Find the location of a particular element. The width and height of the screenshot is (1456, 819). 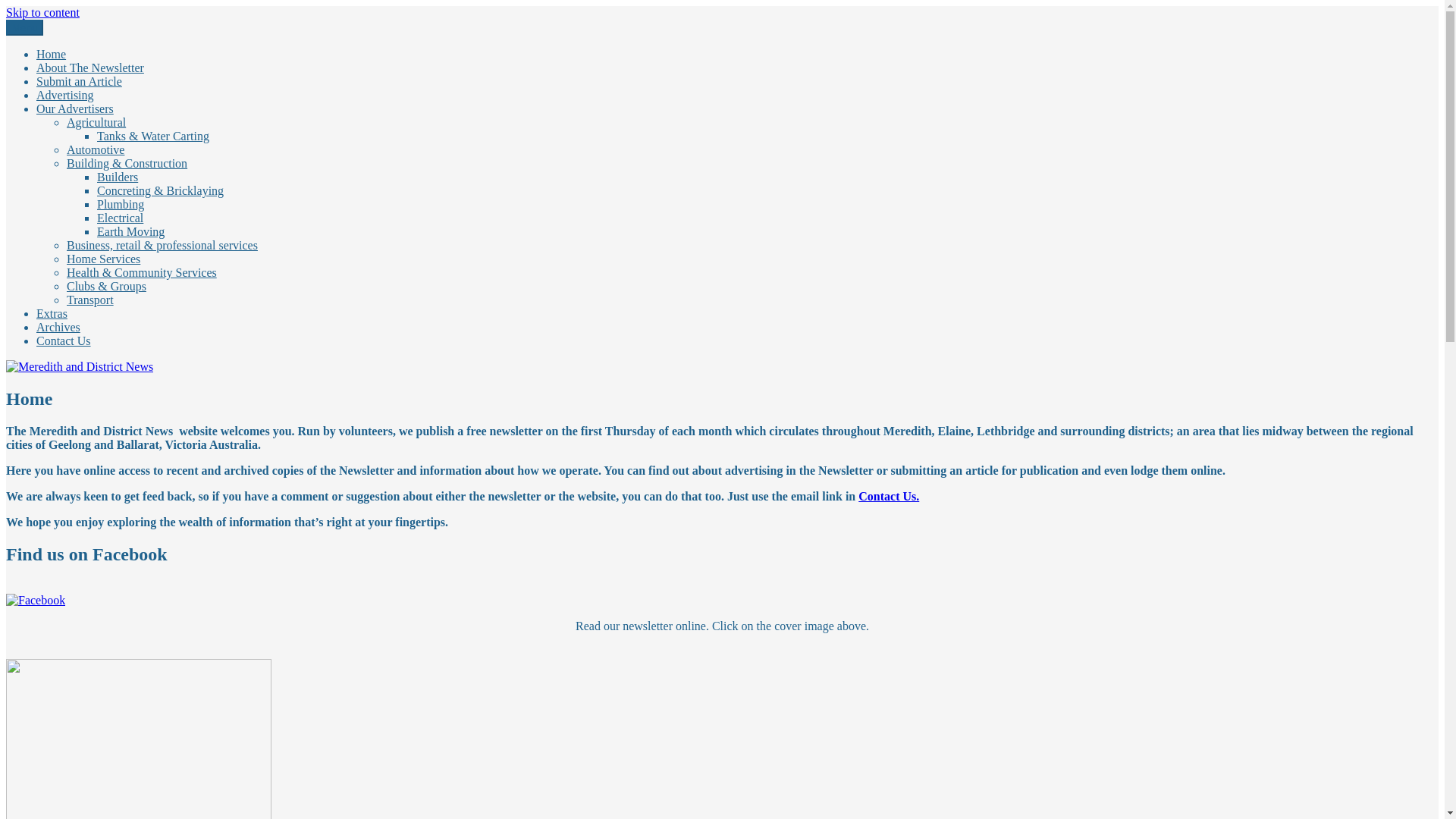

'Contact Us' is located at coordinates (62, 340).